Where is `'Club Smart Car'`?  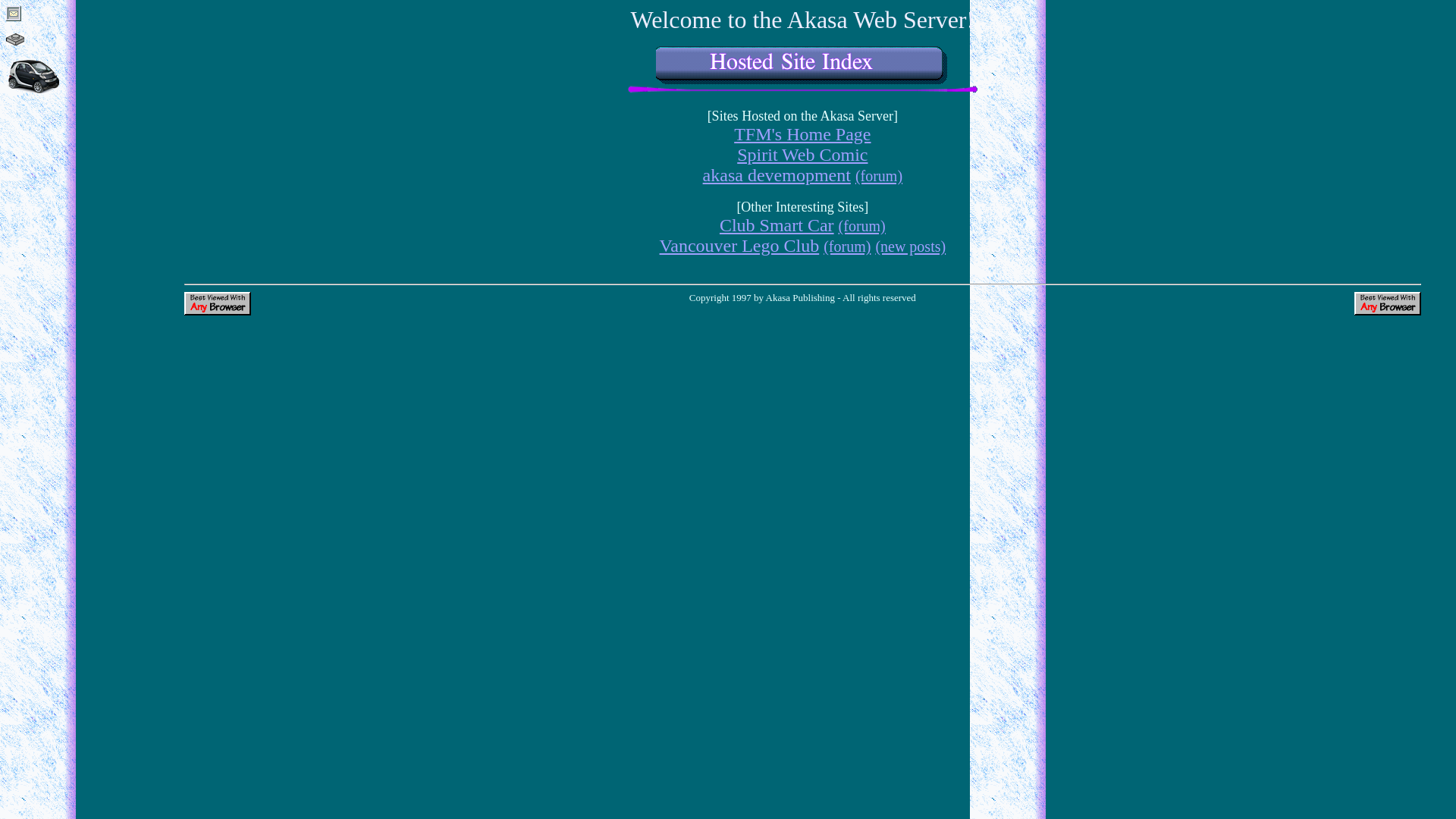
'Club Smart Car' is located at coordinates (719, 225).